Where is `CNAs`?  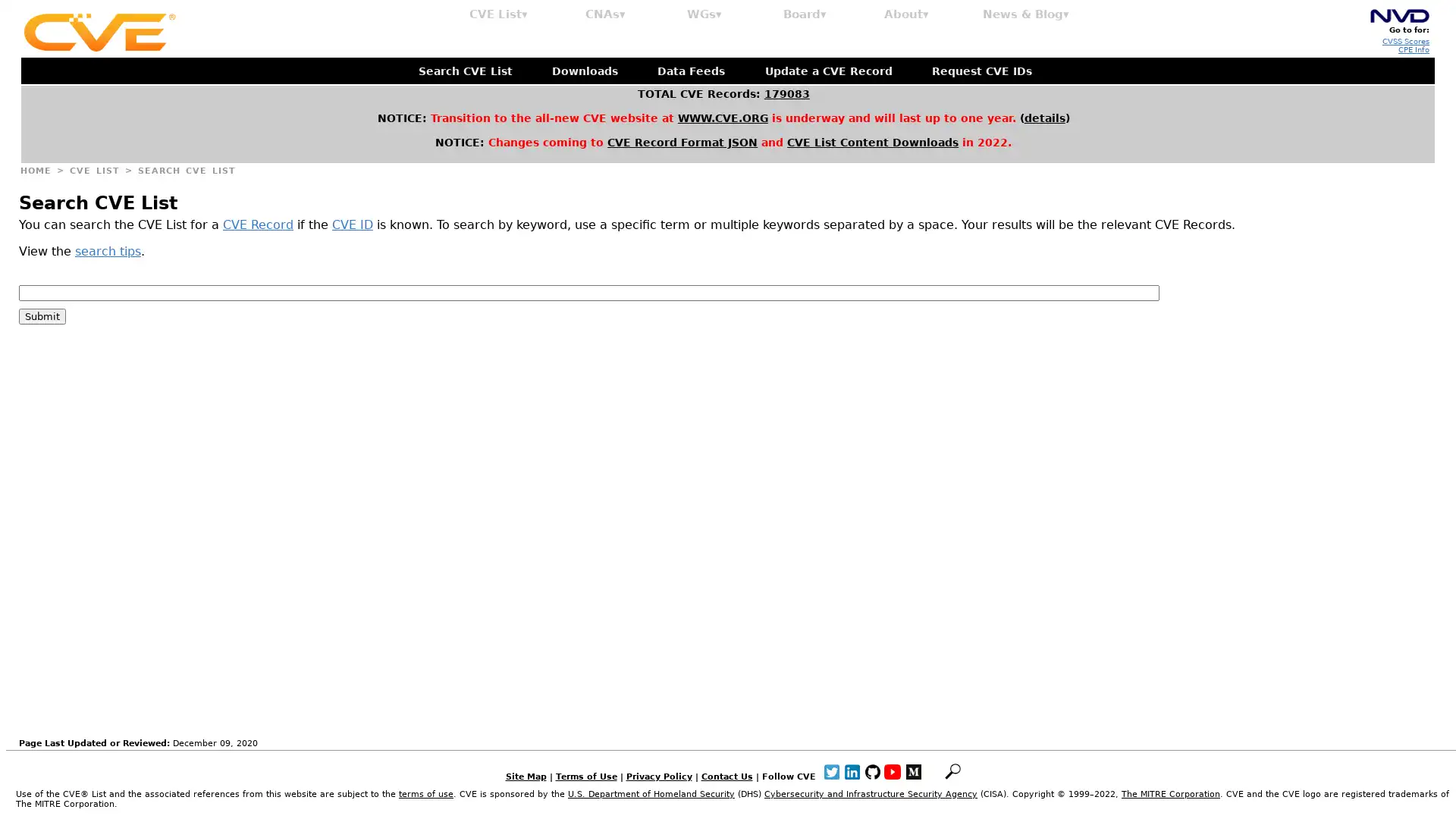
CNAs is located at coordinates (604, 14).